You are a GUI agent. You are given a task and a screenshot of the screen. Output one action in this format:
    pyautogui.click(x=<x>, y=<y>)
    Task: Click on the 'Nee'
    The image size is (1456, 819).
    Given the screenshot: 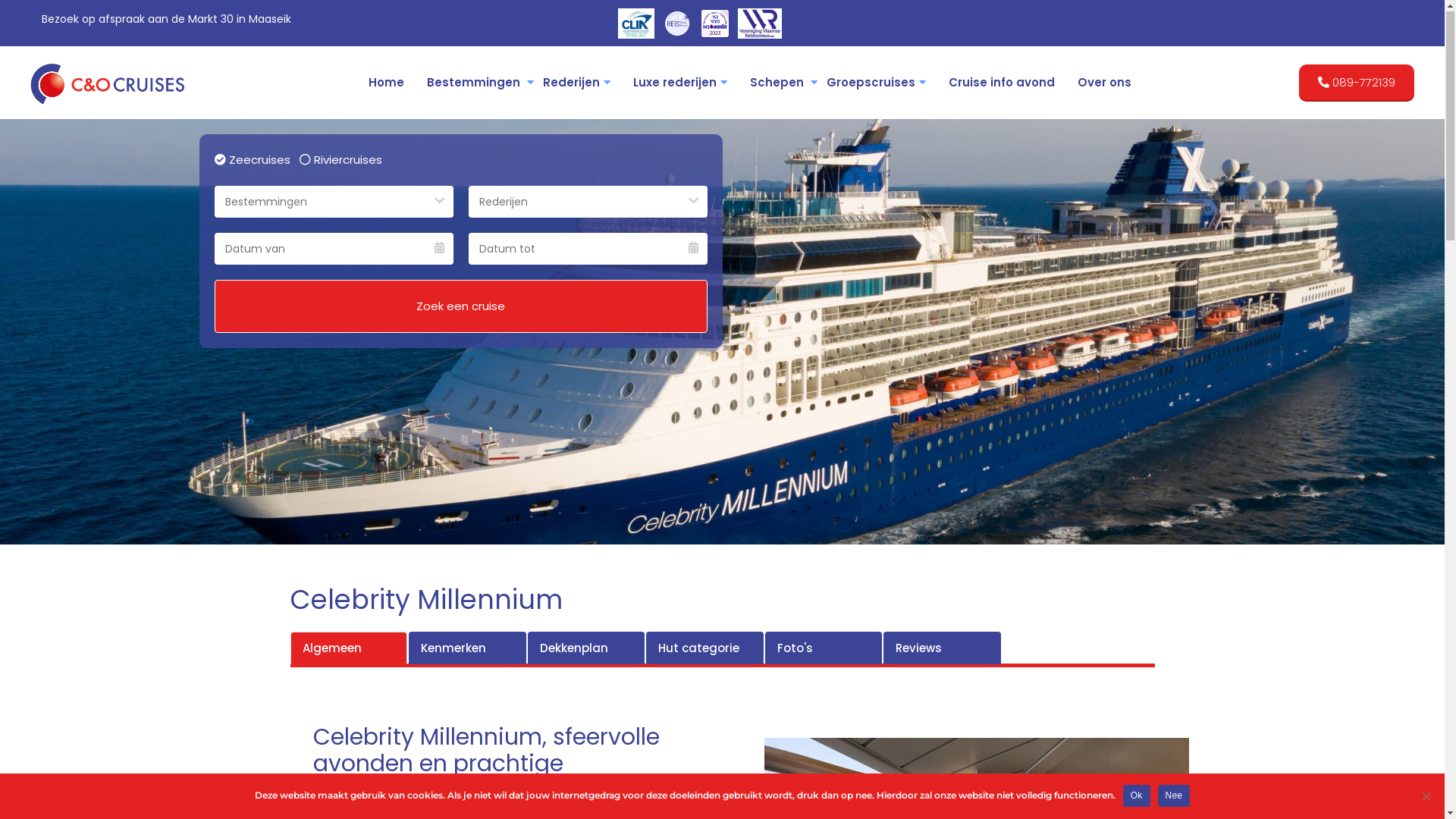 What is the action you would take?
    pyautogui.click(x=1173, y=795)
    